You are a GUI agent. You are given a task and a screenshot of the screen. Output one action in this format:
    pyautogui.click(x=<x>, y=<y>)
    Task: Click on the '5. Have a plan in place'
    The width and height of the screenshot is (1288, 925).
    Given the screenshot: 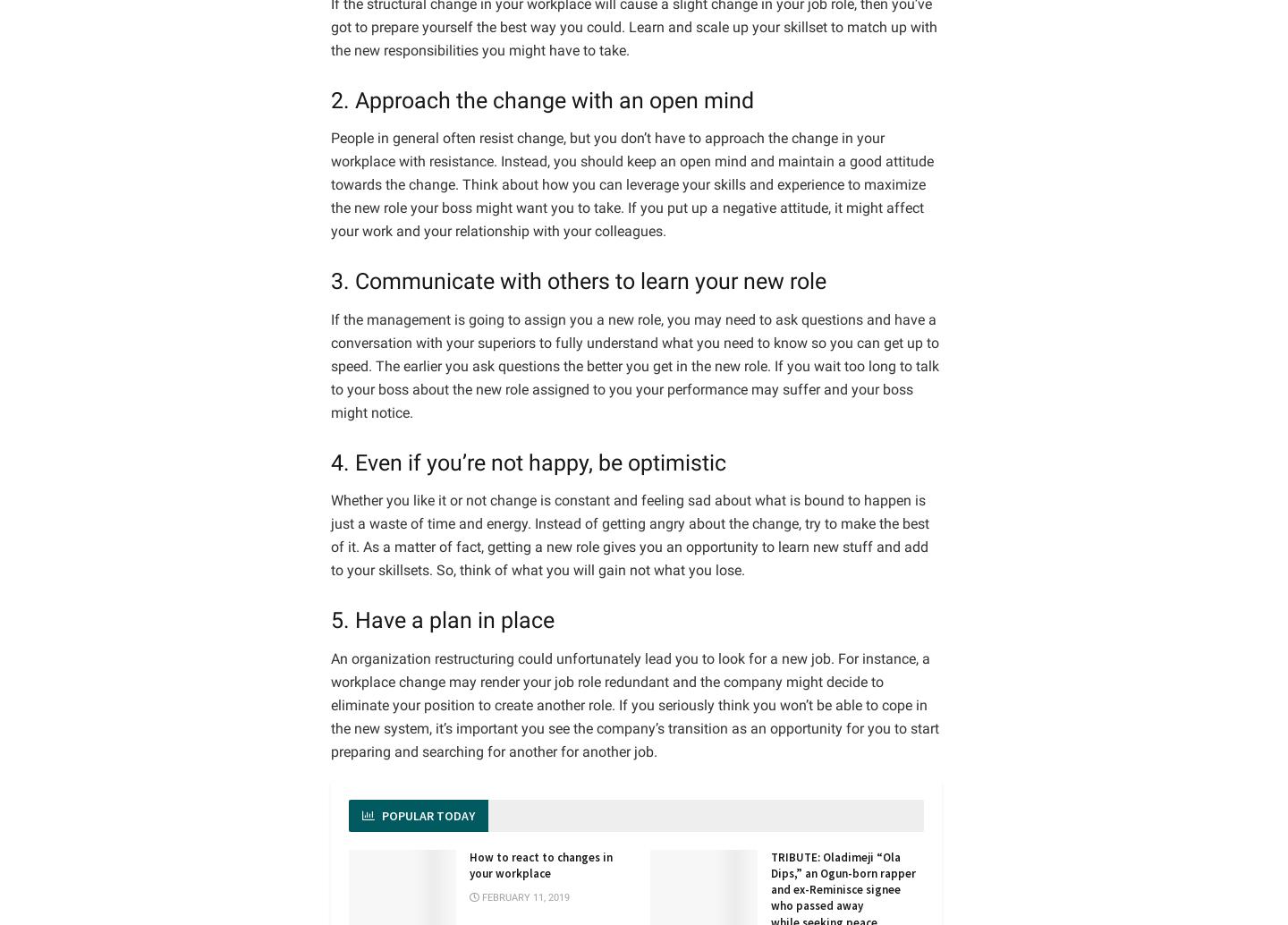 What is the action you would take?
    pyautogui.click(x=329, y=620)
    